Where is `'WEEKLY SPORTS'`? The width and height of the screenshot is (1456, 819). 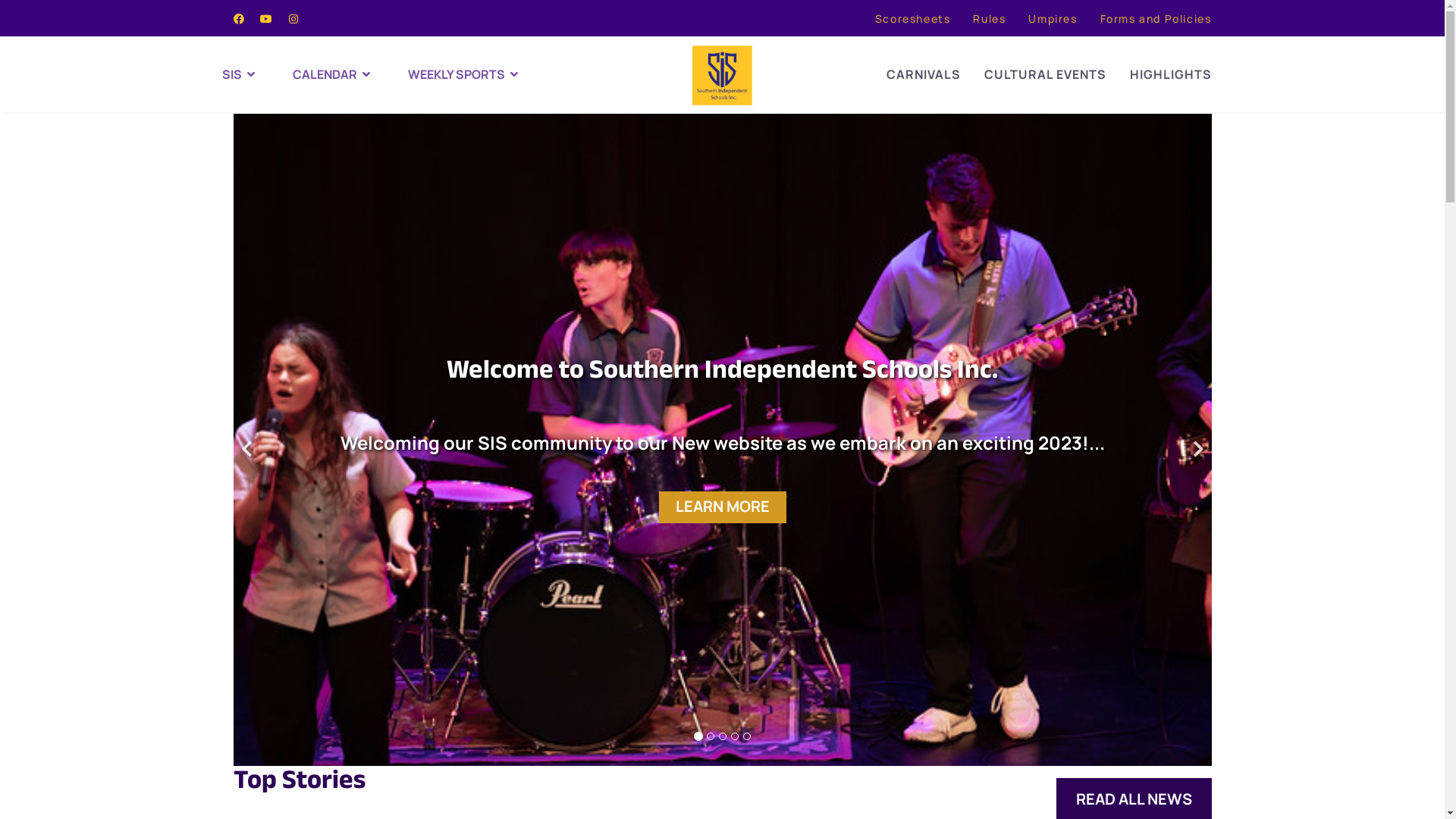
'WEEKLY SPORTS' is located at coordinates (469, 74).